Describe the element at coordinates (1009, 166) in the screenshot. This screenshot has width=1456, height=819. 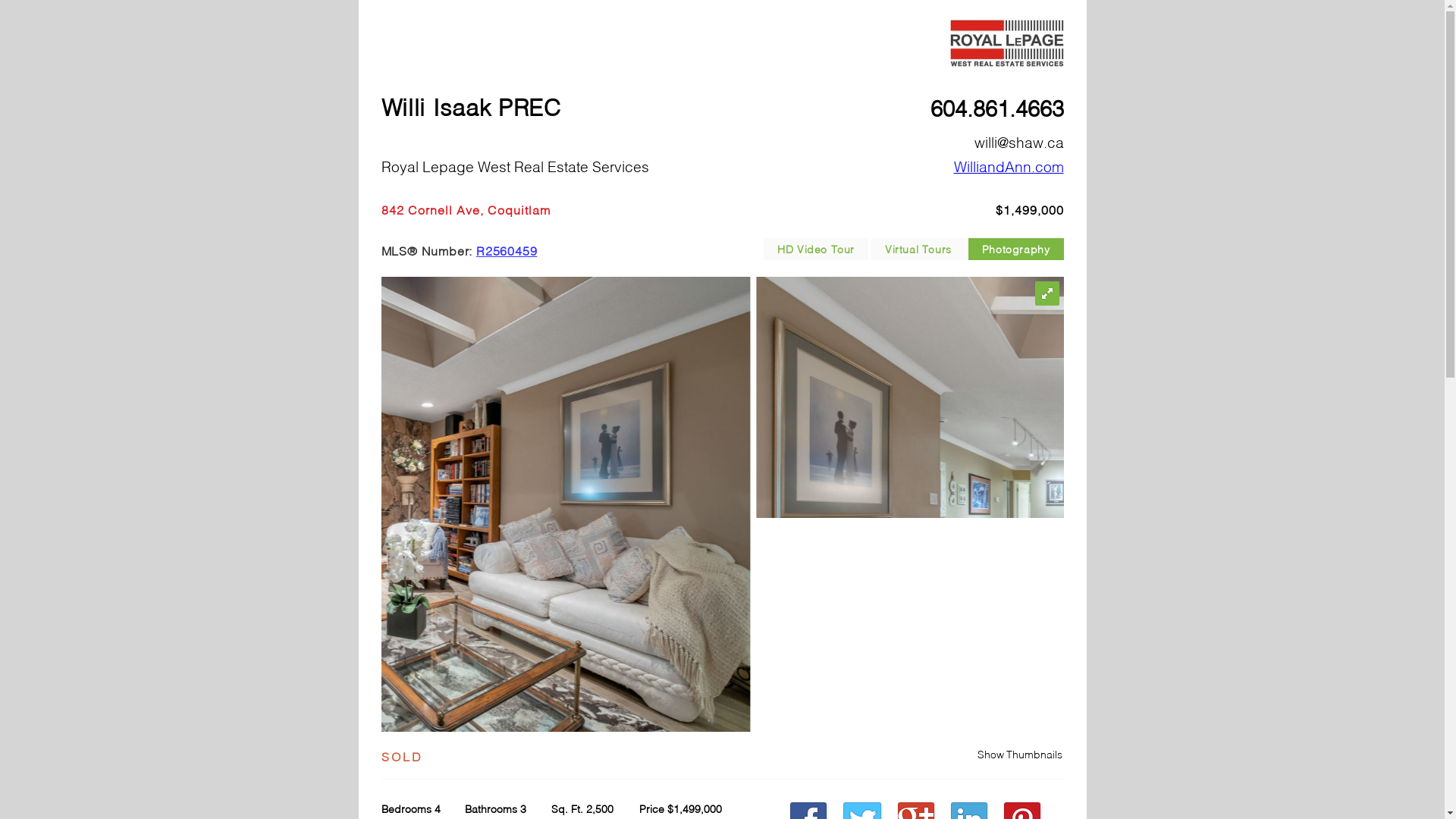
I see `'WilliandAnn.com'` at that location.